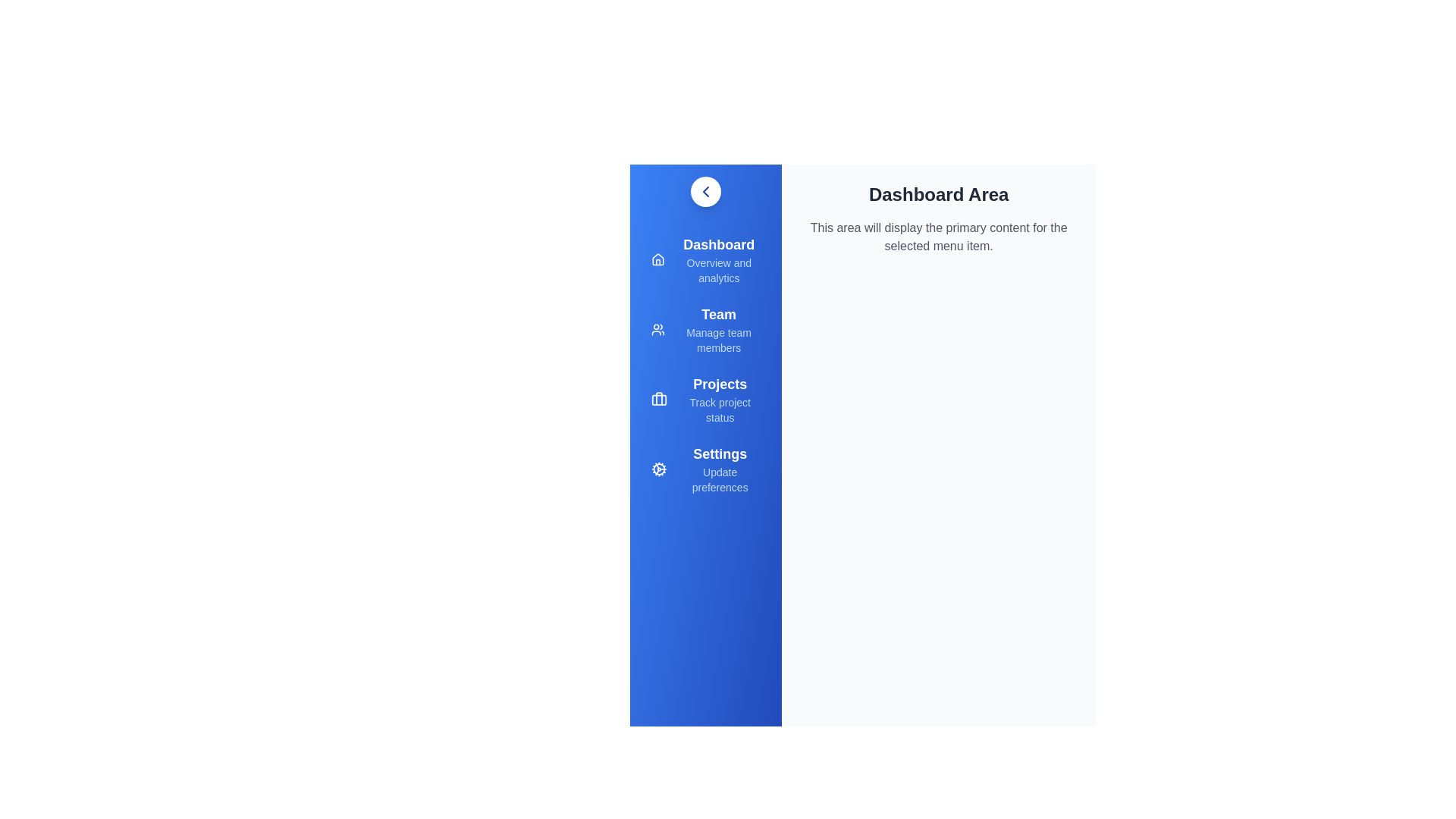 The height and width of the screenshot is (819, 1456). Describe the element at coordinates (705, 259) in the screenshot. I see `the menu item Dashboard to navigate` at that location.